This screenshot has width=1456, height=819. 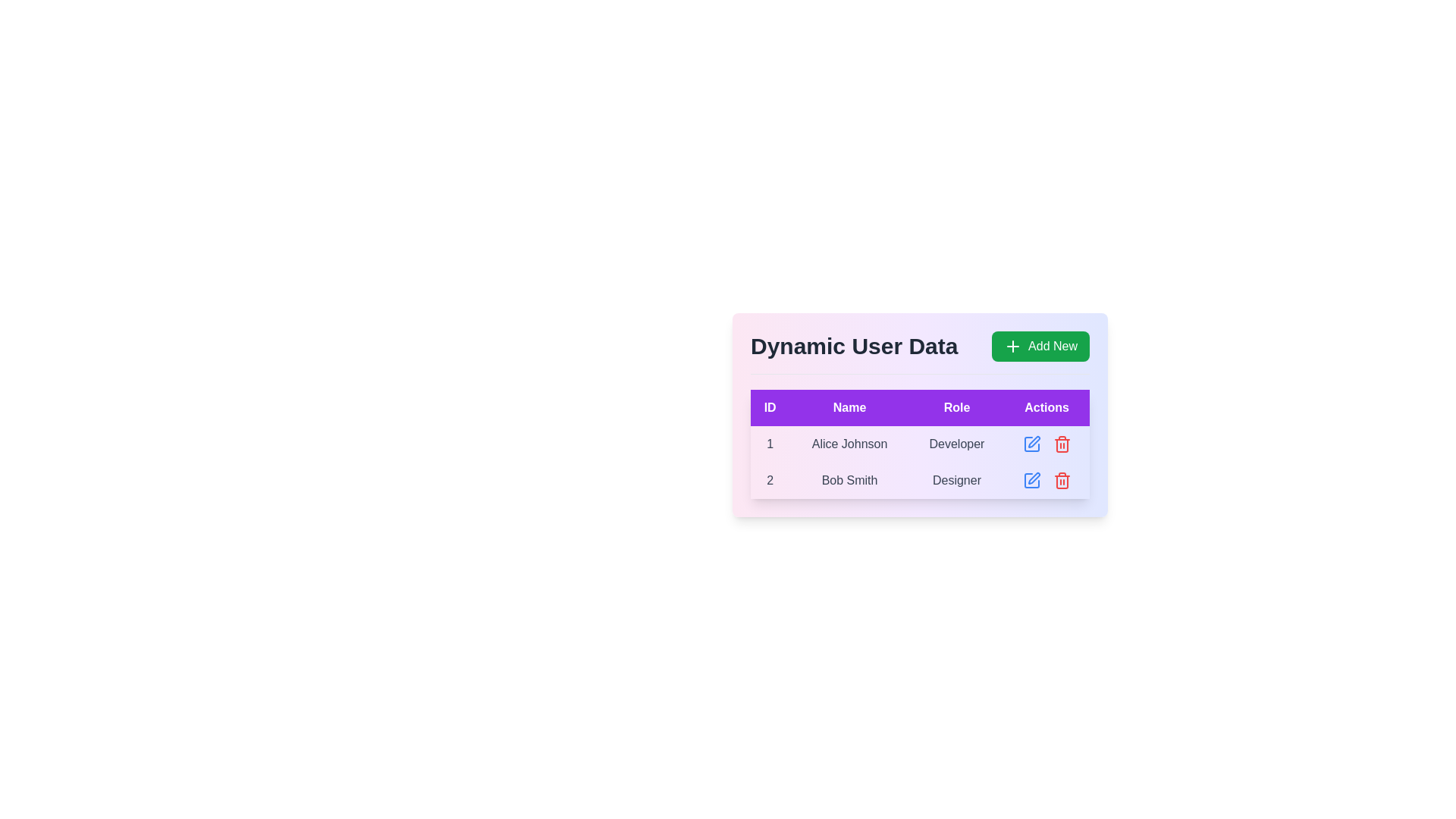 What do you see at coordinates (1031, 444) in the screenshot?
I see `the blue edit button icon located in the 'Actions' column under the 'Dynamic User Data' section` at bounding box center [1031, 444].